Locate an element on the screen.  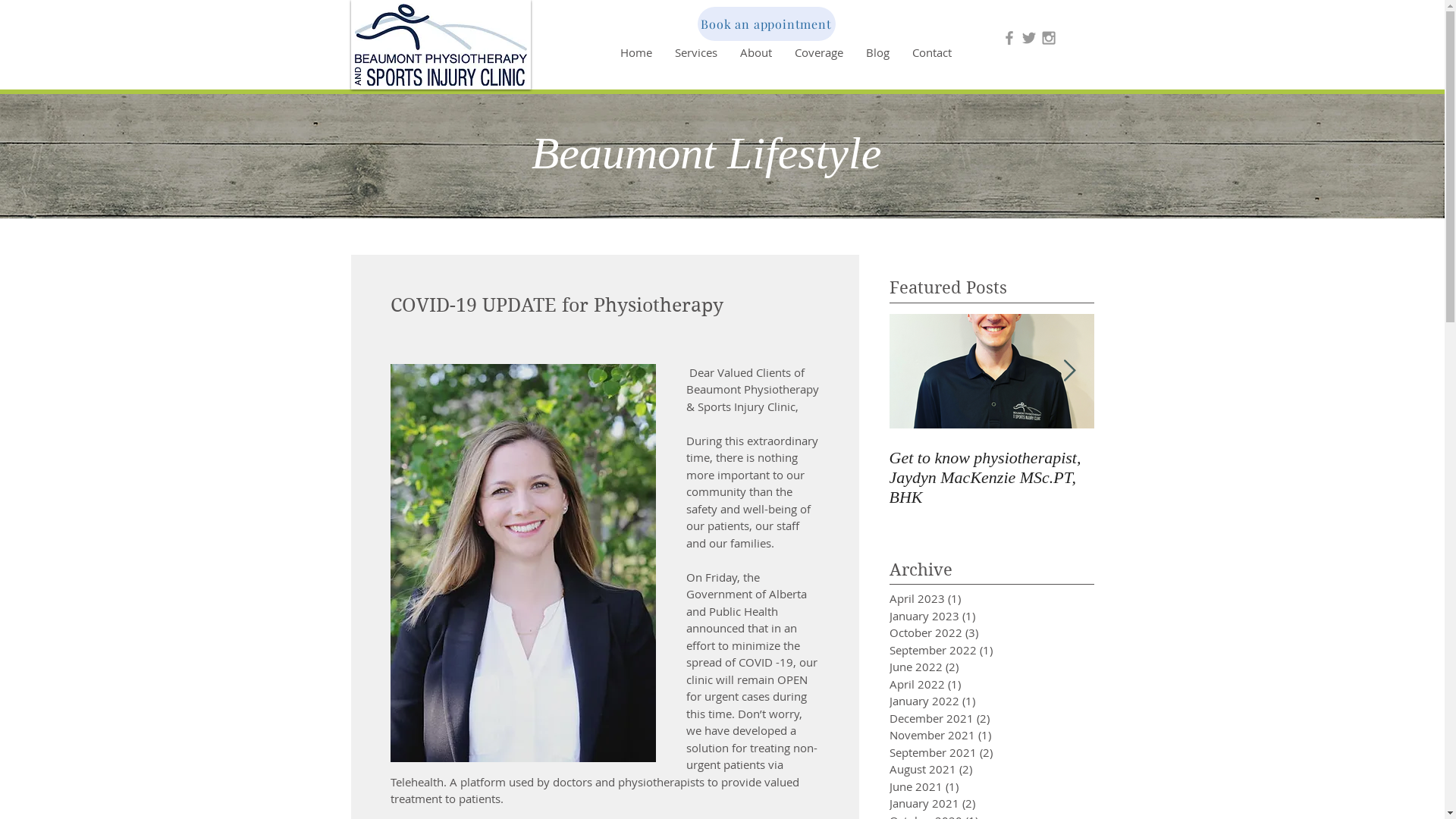
'September 2022 (1)' is located at coordinates (967, 649).